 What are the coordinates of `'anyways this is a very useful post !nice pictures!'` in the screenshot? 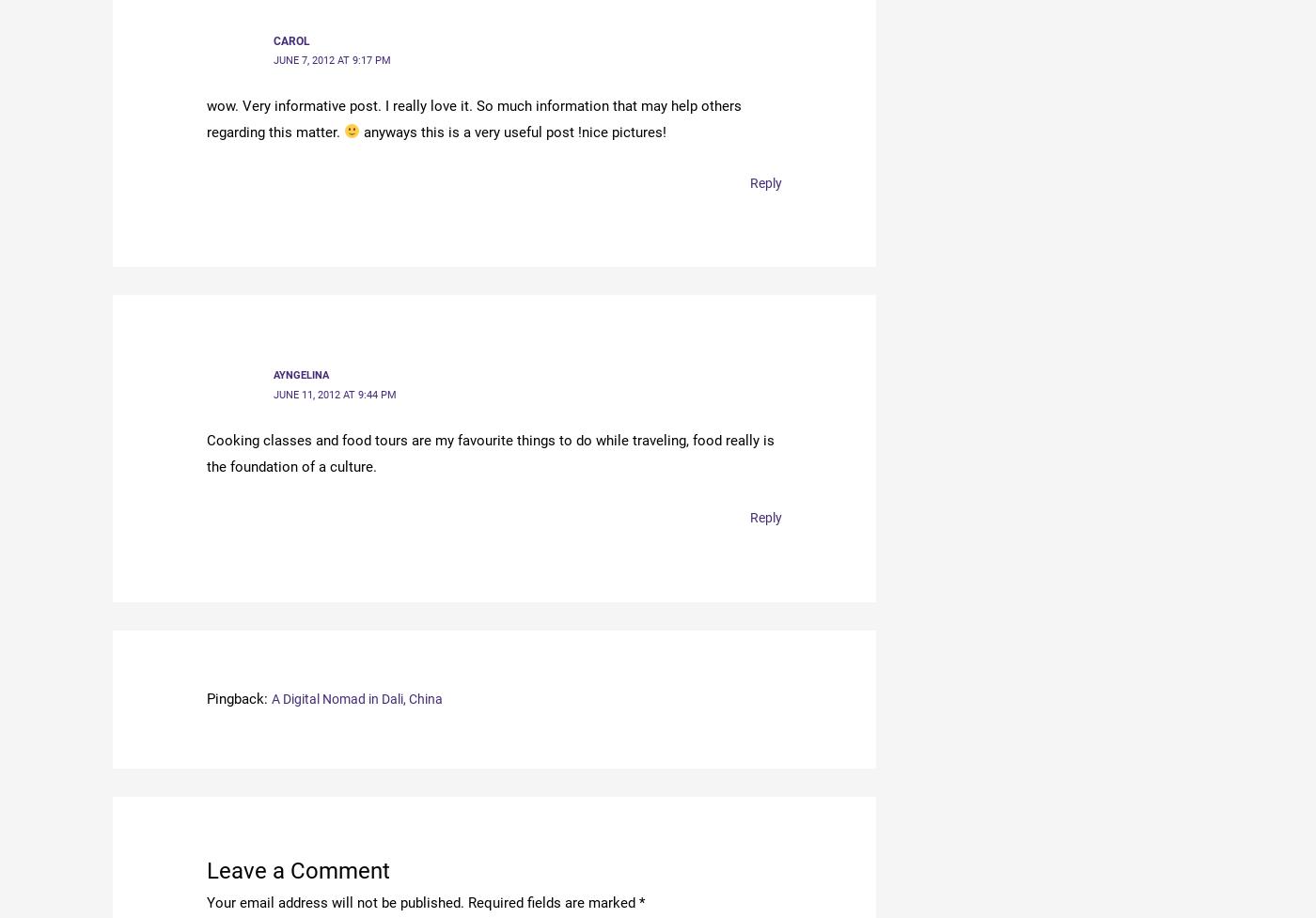 It's located at (513, 131).